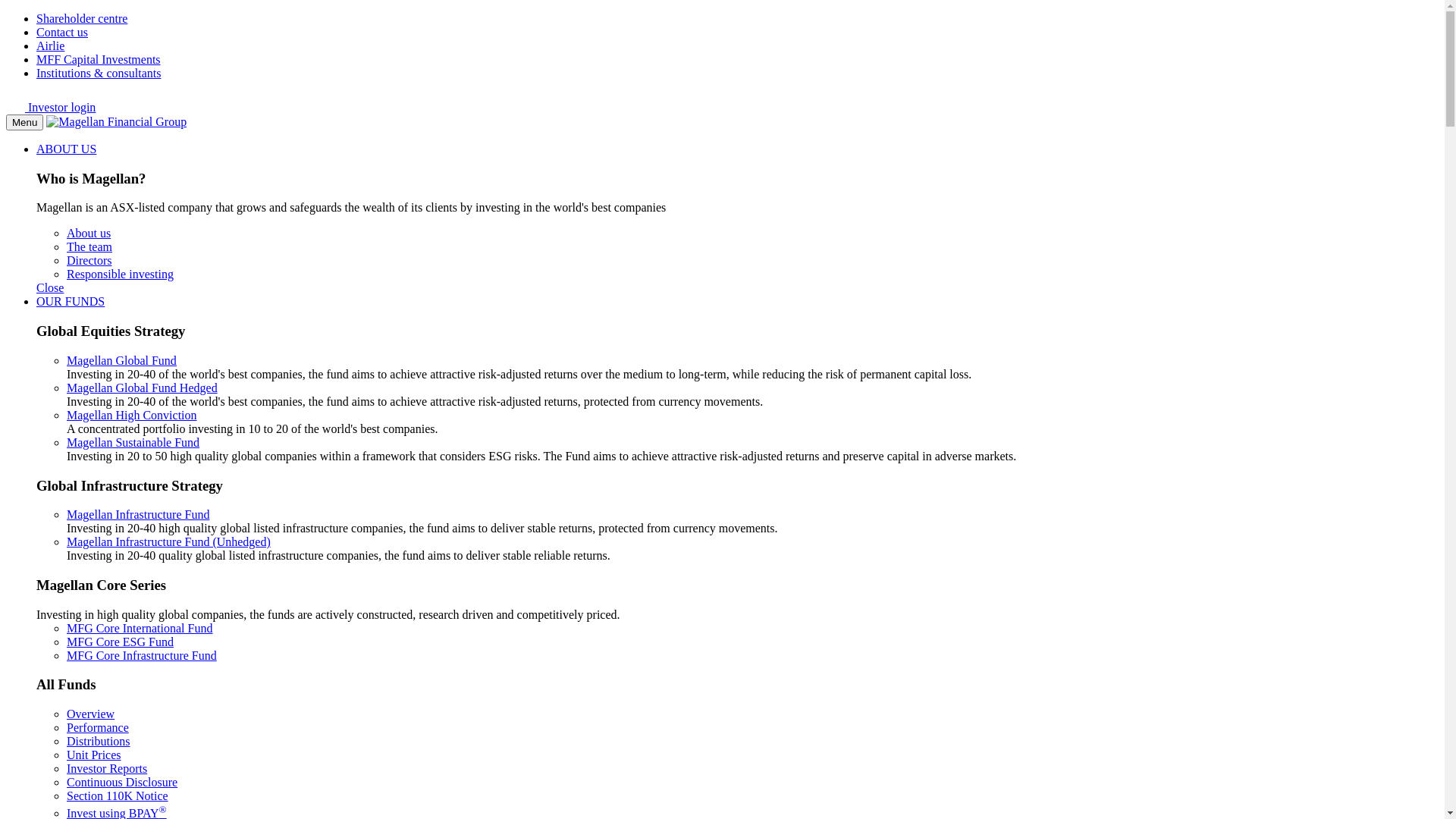  What do you see at coordinates (89, 259) in the screenshot?
I see `'Directors'` at bounding box center [89, 259].